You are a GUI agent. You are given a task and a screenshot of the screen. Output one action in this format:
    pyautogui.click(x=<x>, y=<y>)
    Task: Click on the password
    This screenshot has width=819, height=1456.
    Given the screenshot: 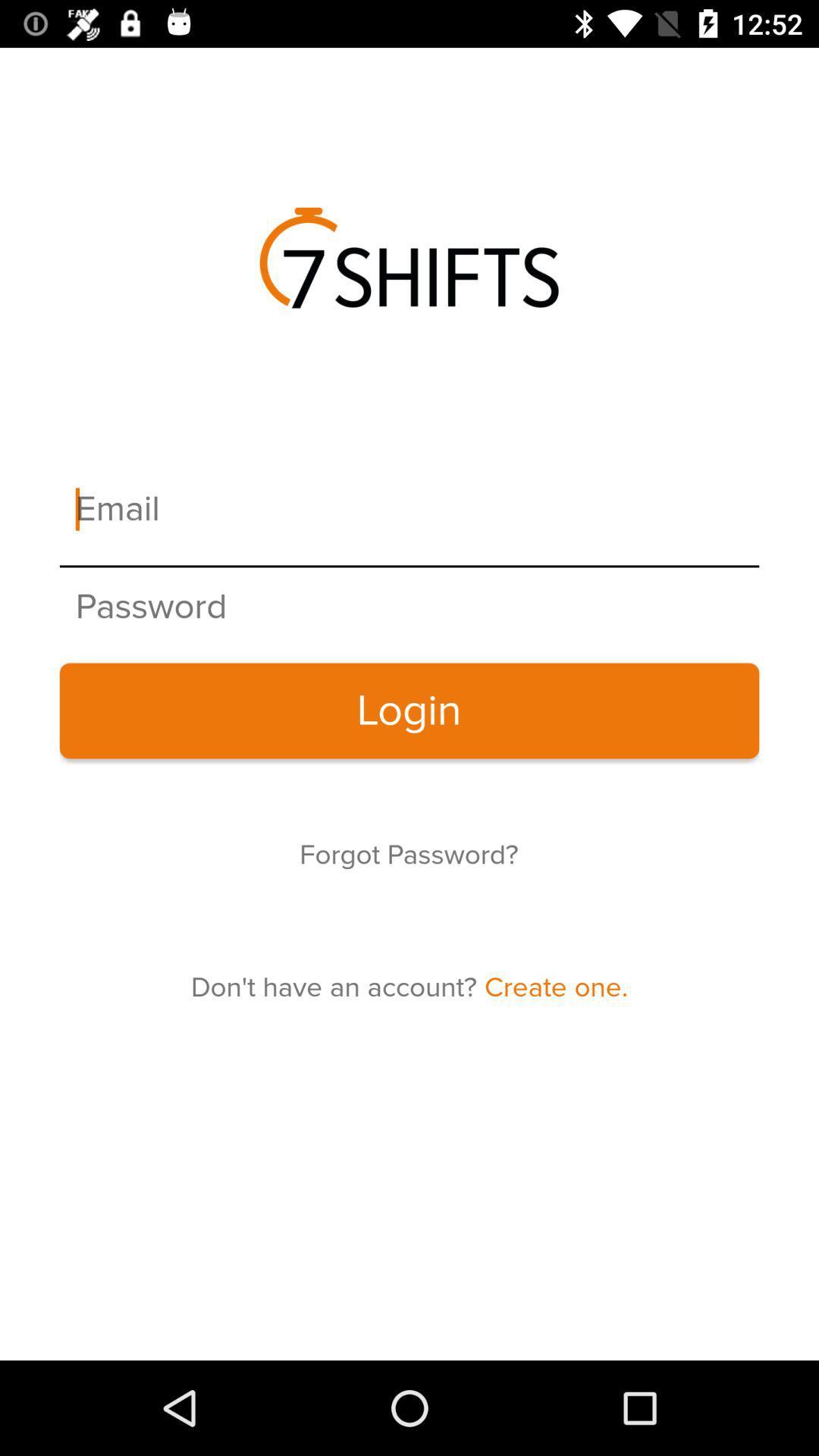 What is the action you would take?
    pyautogui.click(x=409, y=607)
    